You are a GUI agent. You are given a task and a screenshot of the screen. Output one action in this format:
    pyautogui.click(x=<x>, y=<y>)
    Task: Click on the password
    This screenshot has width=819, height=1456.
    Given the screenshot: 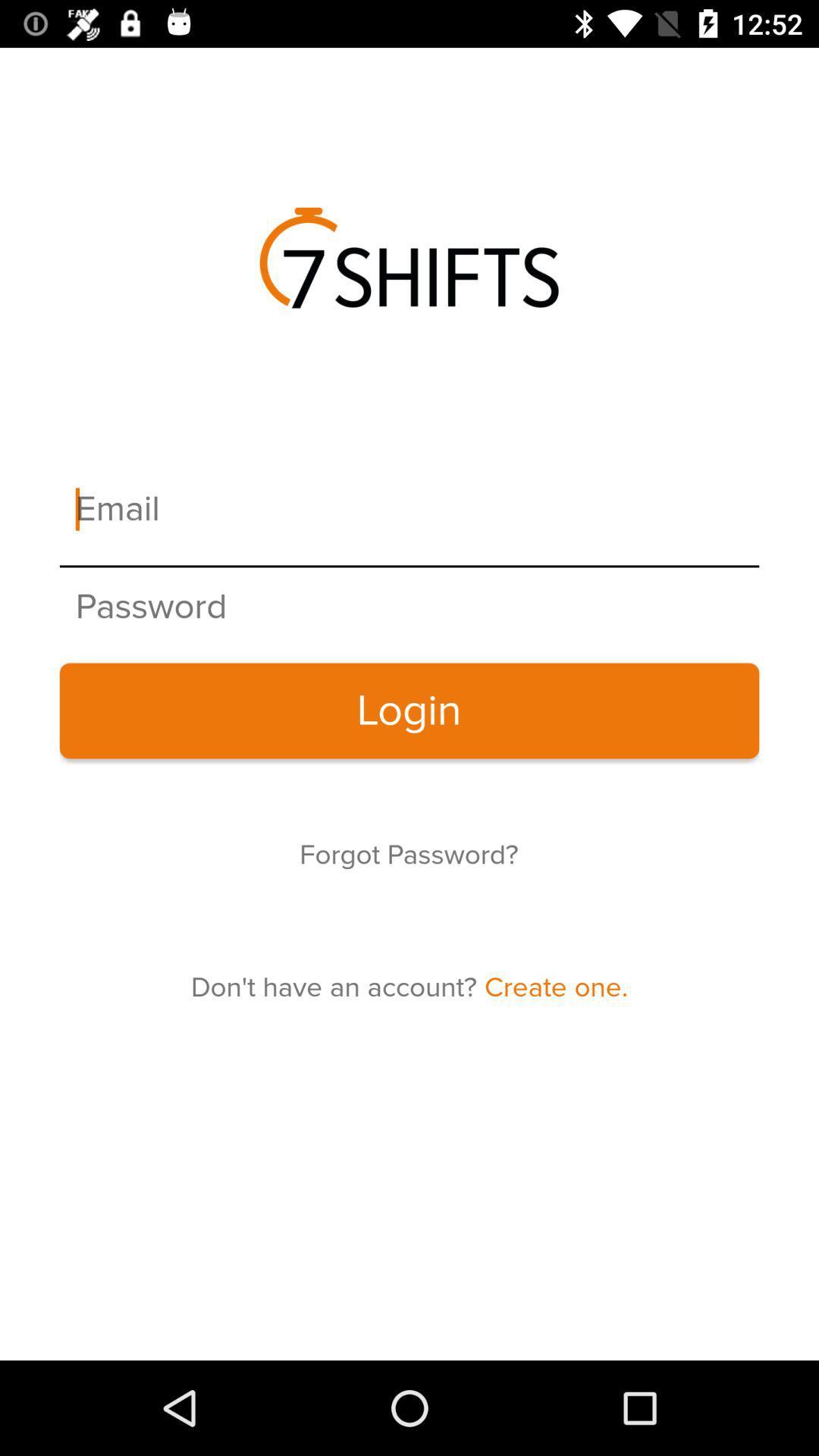 What is the action you would take?
    pyautogui.click(x=409, y=607)
    